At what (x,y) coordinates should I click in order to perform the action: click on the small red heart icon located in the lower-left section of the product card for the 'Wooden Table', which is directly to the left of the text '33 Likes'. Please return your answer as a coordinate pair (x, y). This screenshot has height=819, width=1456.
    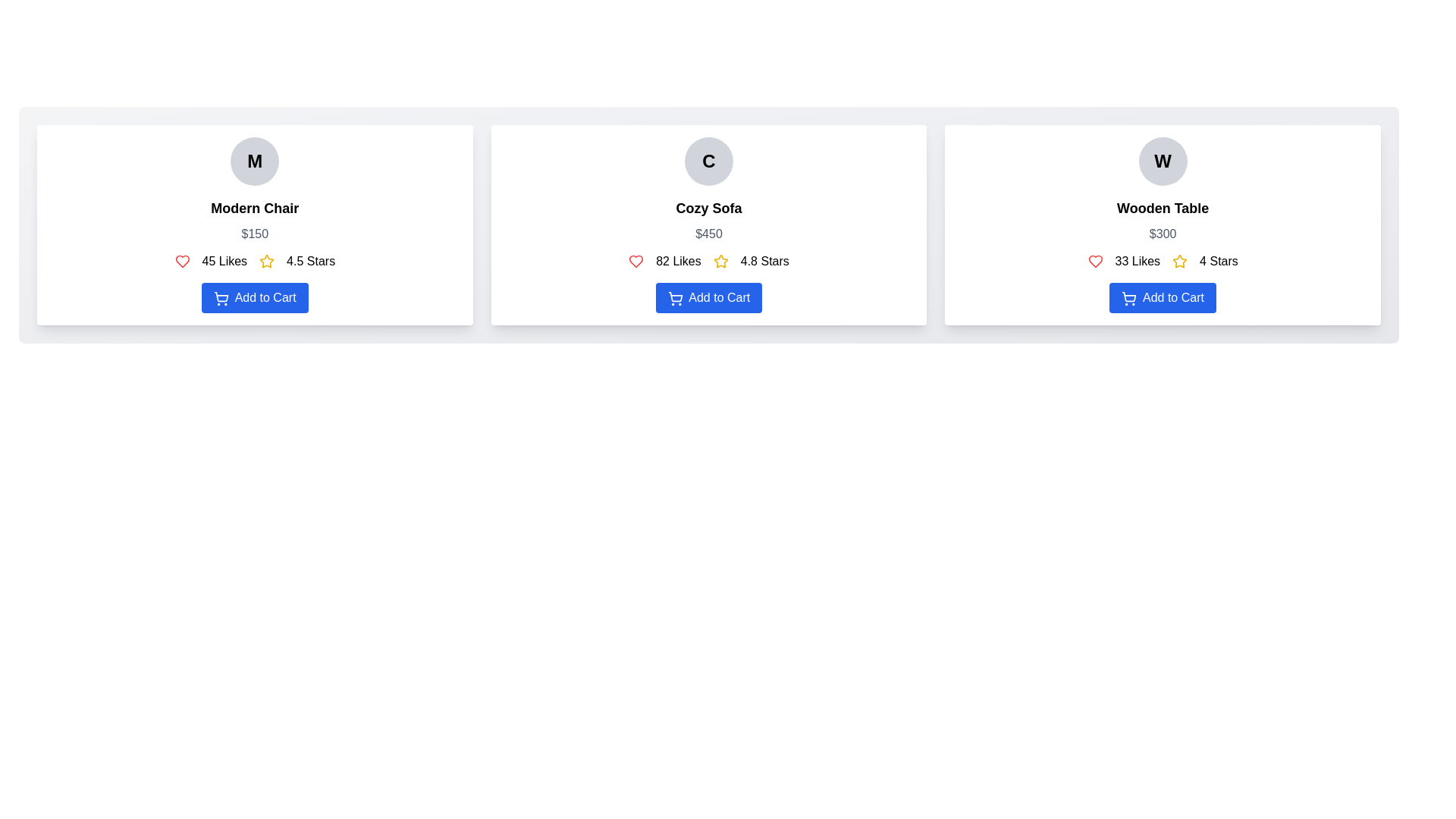
    Looking at the image, I should click on (1095, 260).